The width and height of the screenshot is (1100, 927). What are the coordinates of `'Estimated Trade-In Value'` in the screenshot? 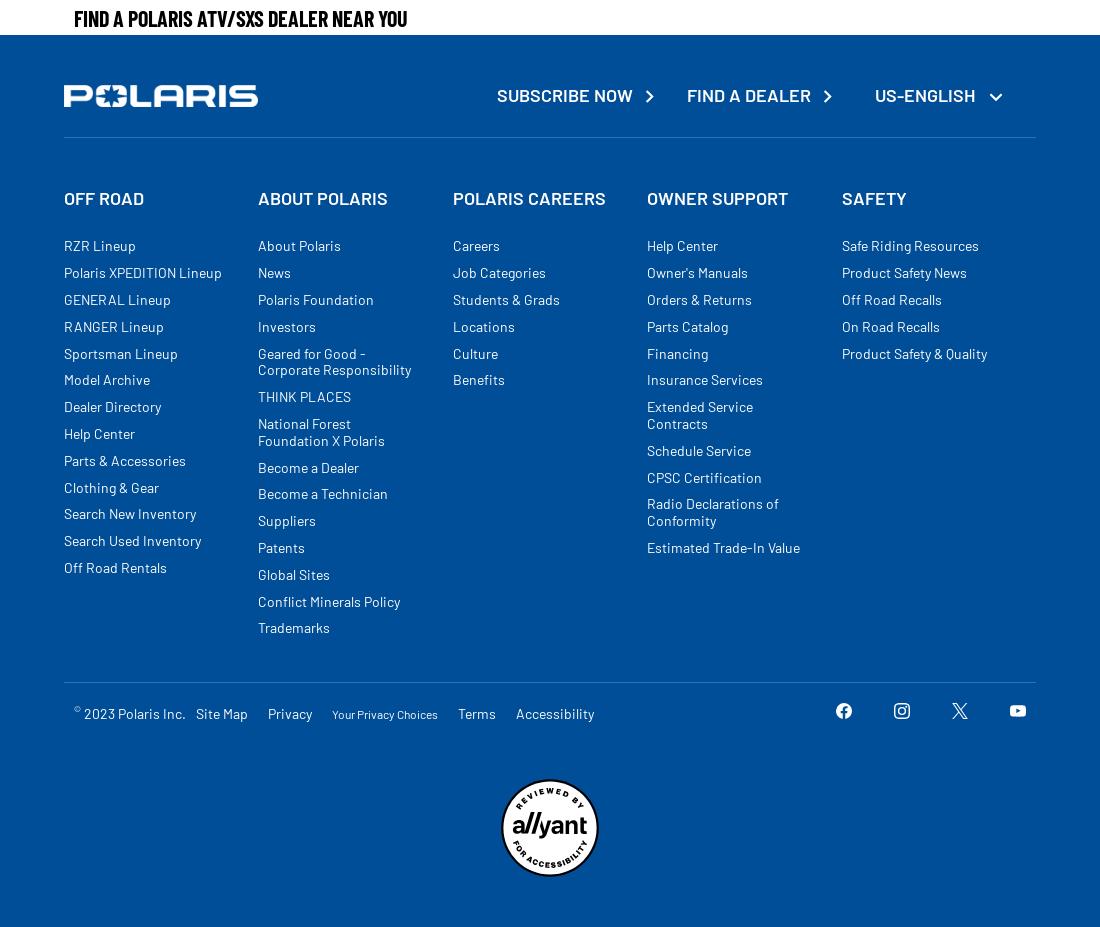 It's located at (722, 546).